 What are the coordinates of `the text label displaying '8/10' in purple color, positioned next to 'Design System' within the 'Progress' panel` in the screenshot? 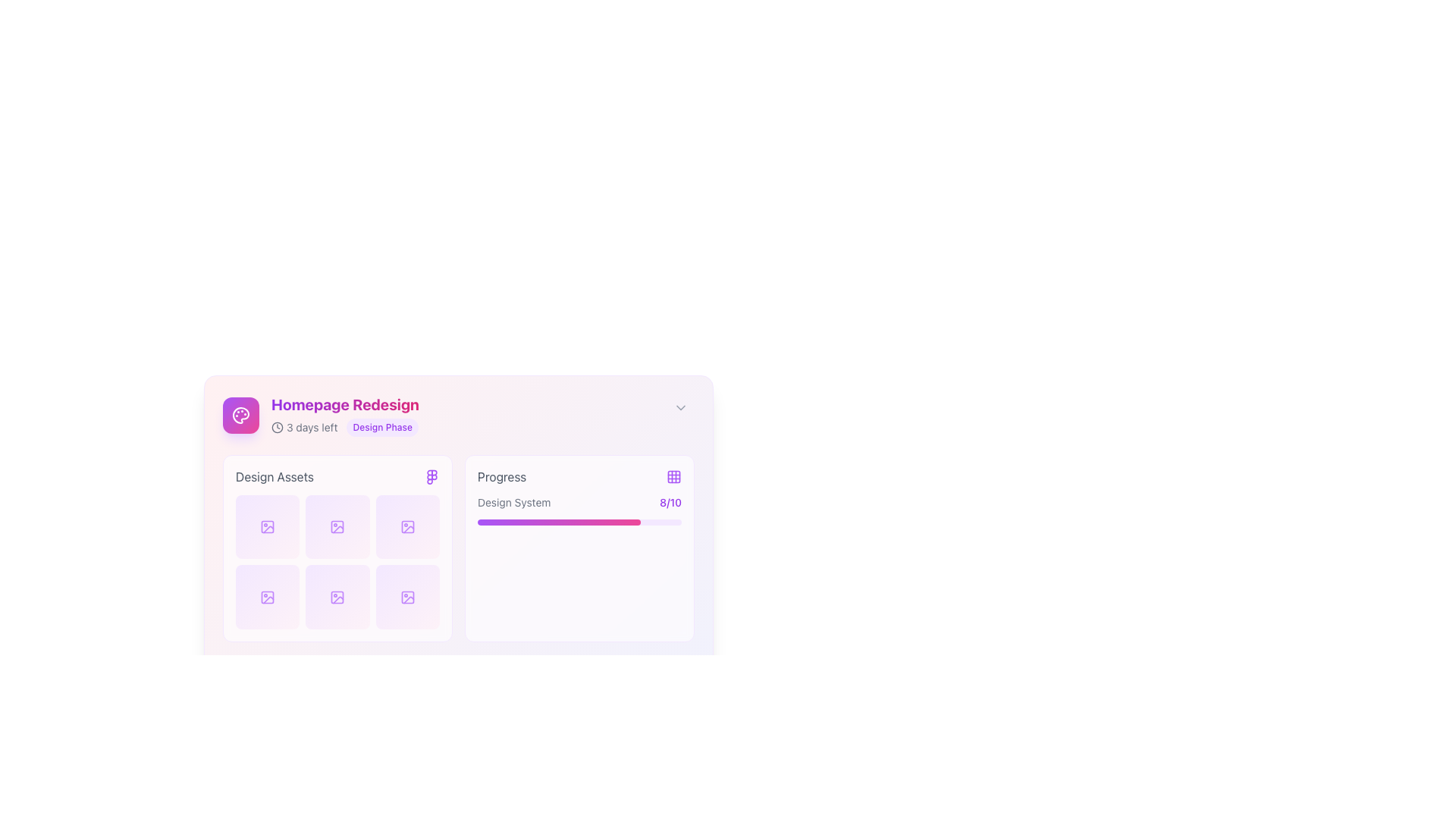 It's located at (670, 503).